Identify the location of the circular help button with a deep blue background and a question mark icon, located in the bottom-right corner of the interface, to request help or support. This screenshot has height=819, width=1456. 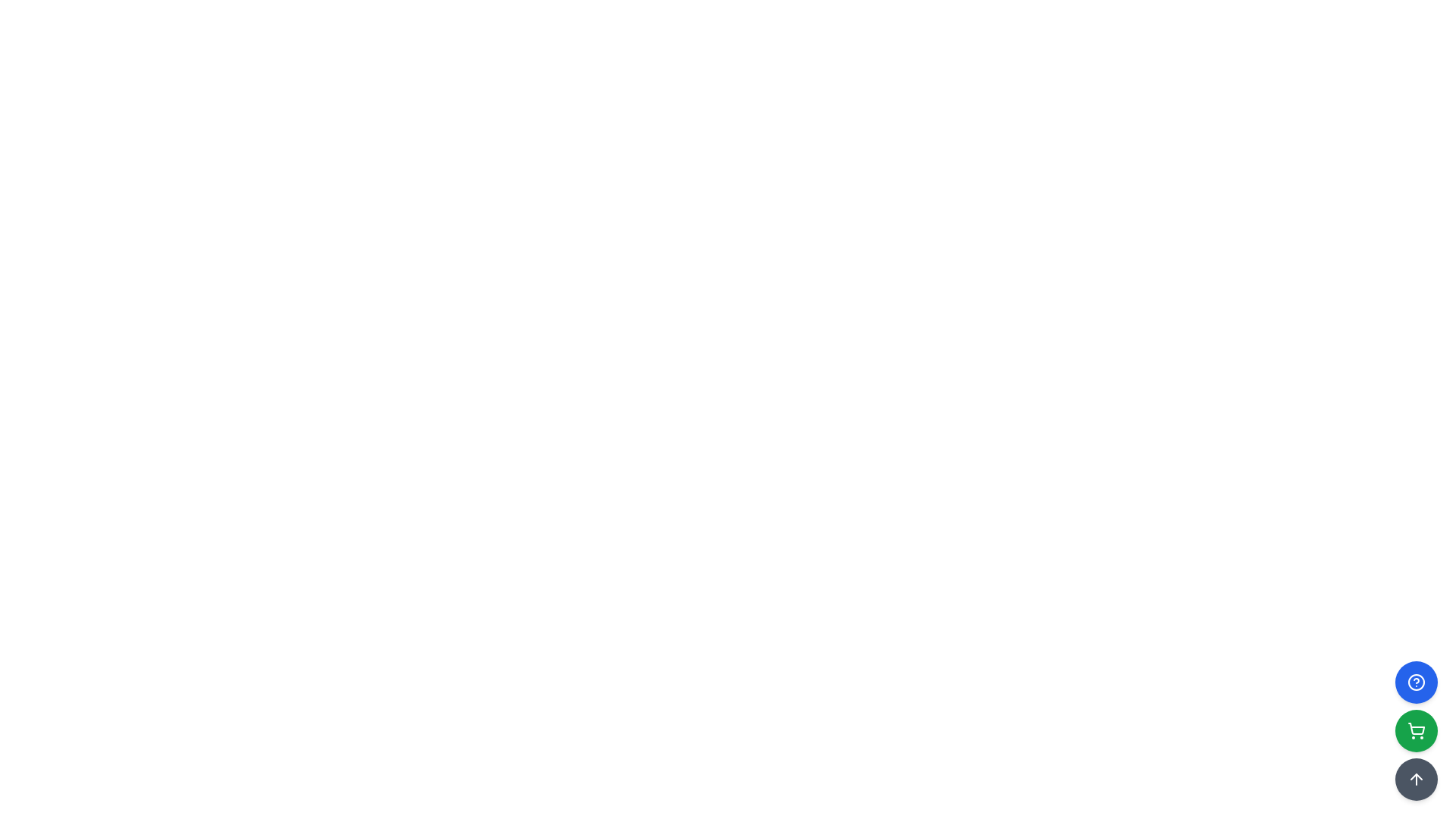
(1415, 681).